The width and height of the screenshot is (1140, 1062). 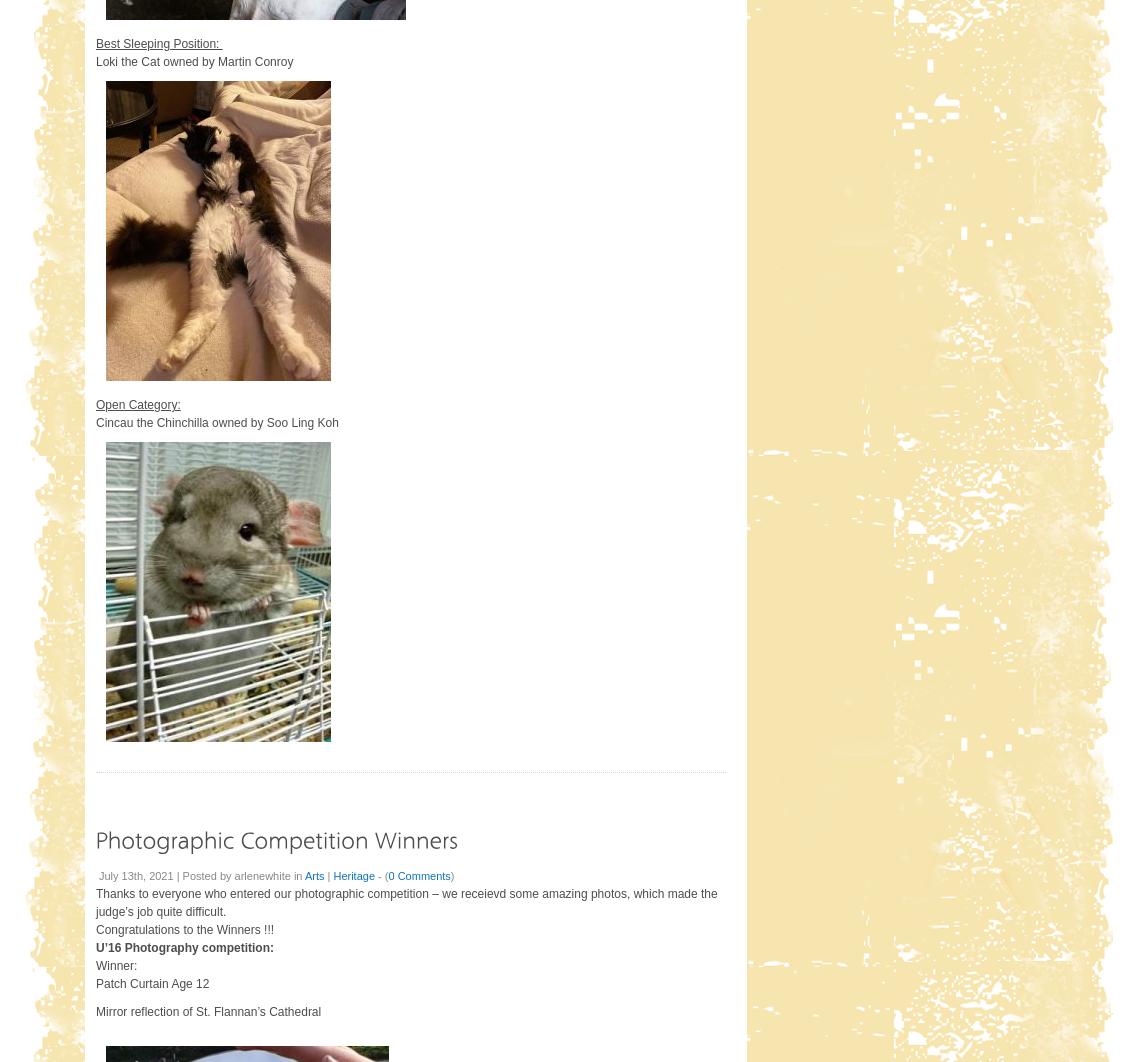 What do you see at coordinates (373, 873) in the screenshot?
I see `'- ('` at bounding box center [373, 873].